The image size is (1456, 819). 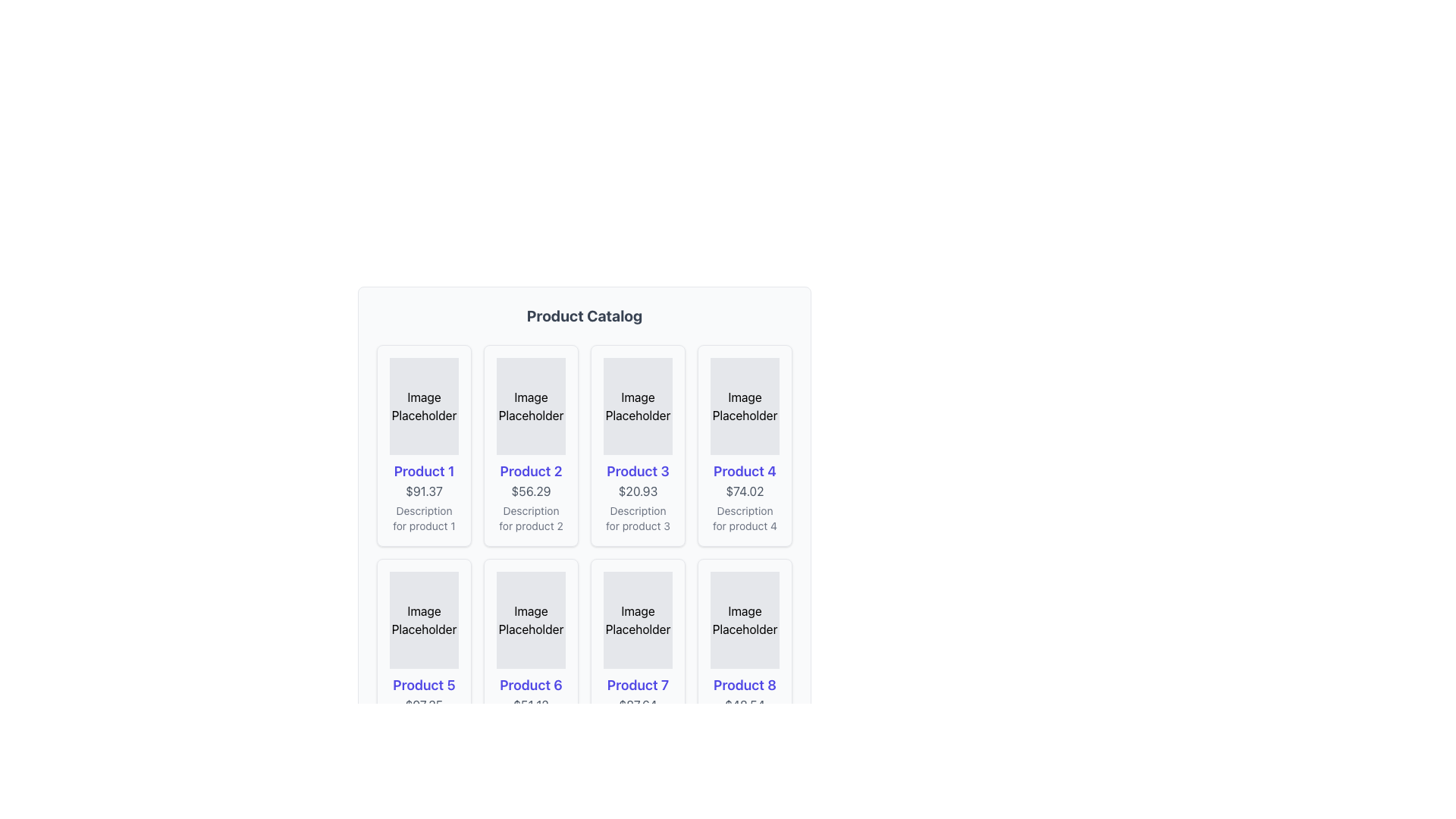 What do you see at coordinates (745, 704) in the screenshot?
I see `price displayed in the text element located below 'Product 8' and above the product description, which shows '$48.54'` at bounding box center [745, 704].